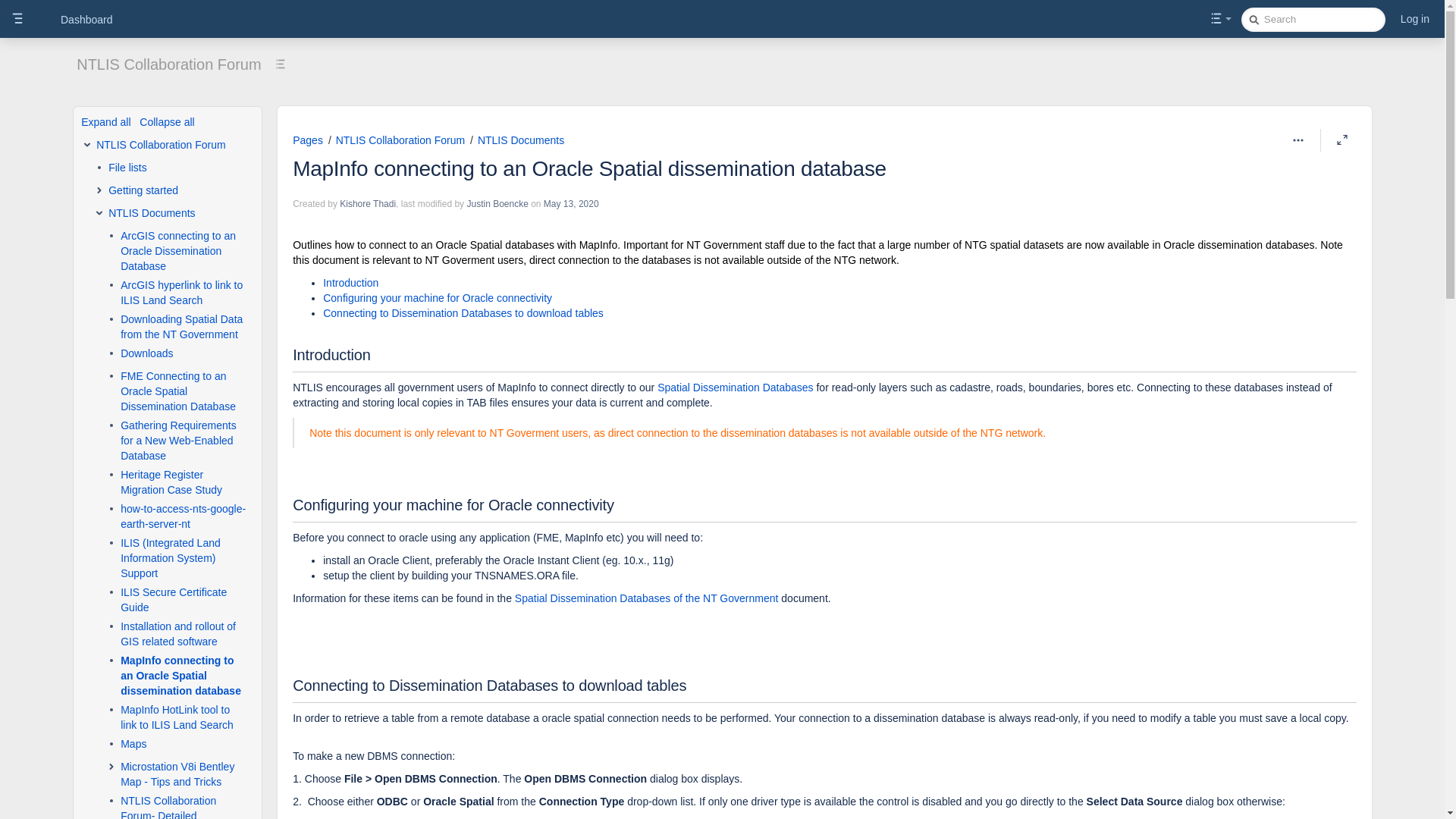 The width and height of the screenshot is (1456, 819). I want to click on 'Kishore Thadi', so click(367, 203).